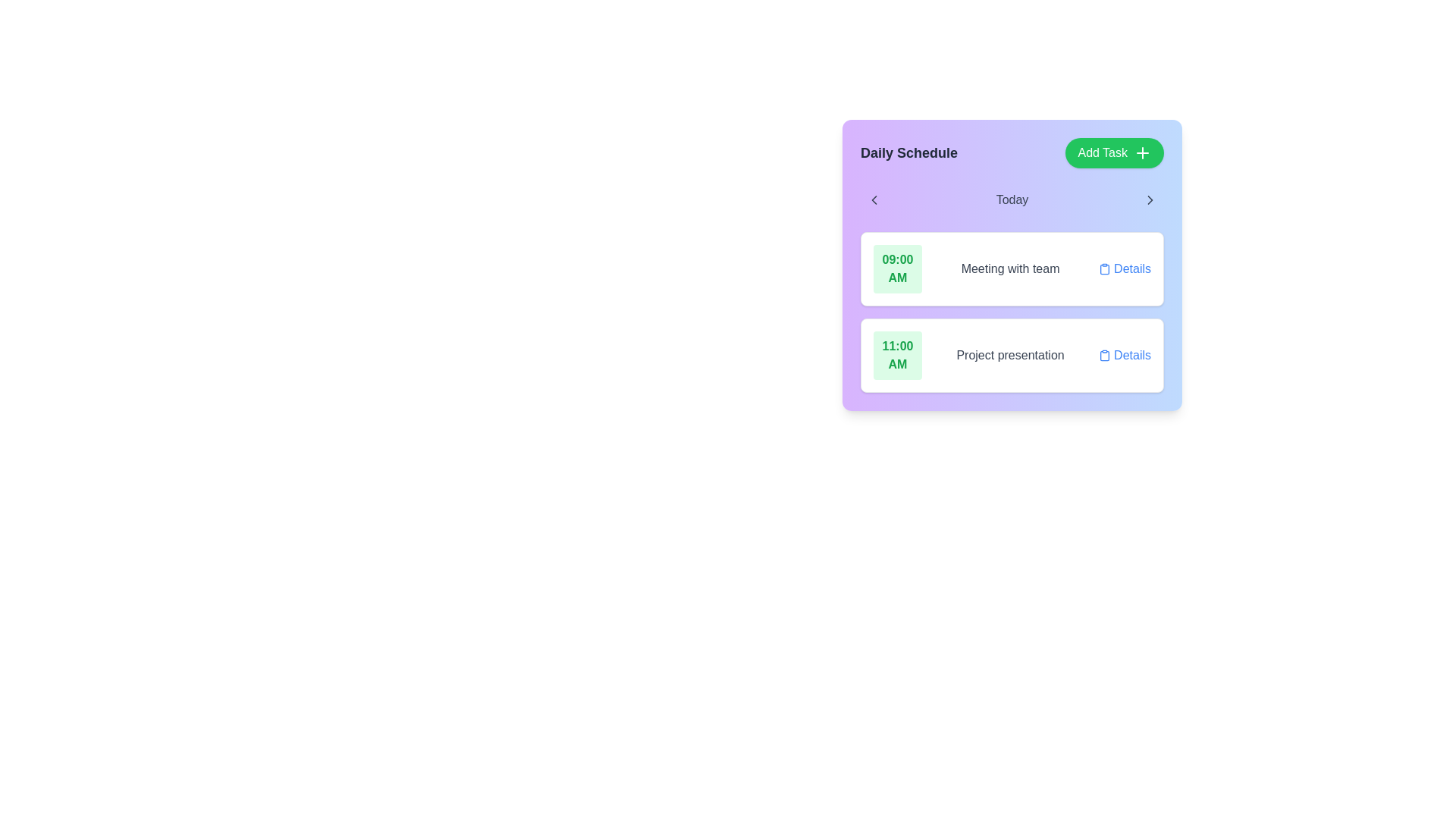  What do you see at coordinates (898, 268) in the screenshot?
I see `the informative label displaying the schedule time to interact with a related feature` at bounding box center [898, 268].